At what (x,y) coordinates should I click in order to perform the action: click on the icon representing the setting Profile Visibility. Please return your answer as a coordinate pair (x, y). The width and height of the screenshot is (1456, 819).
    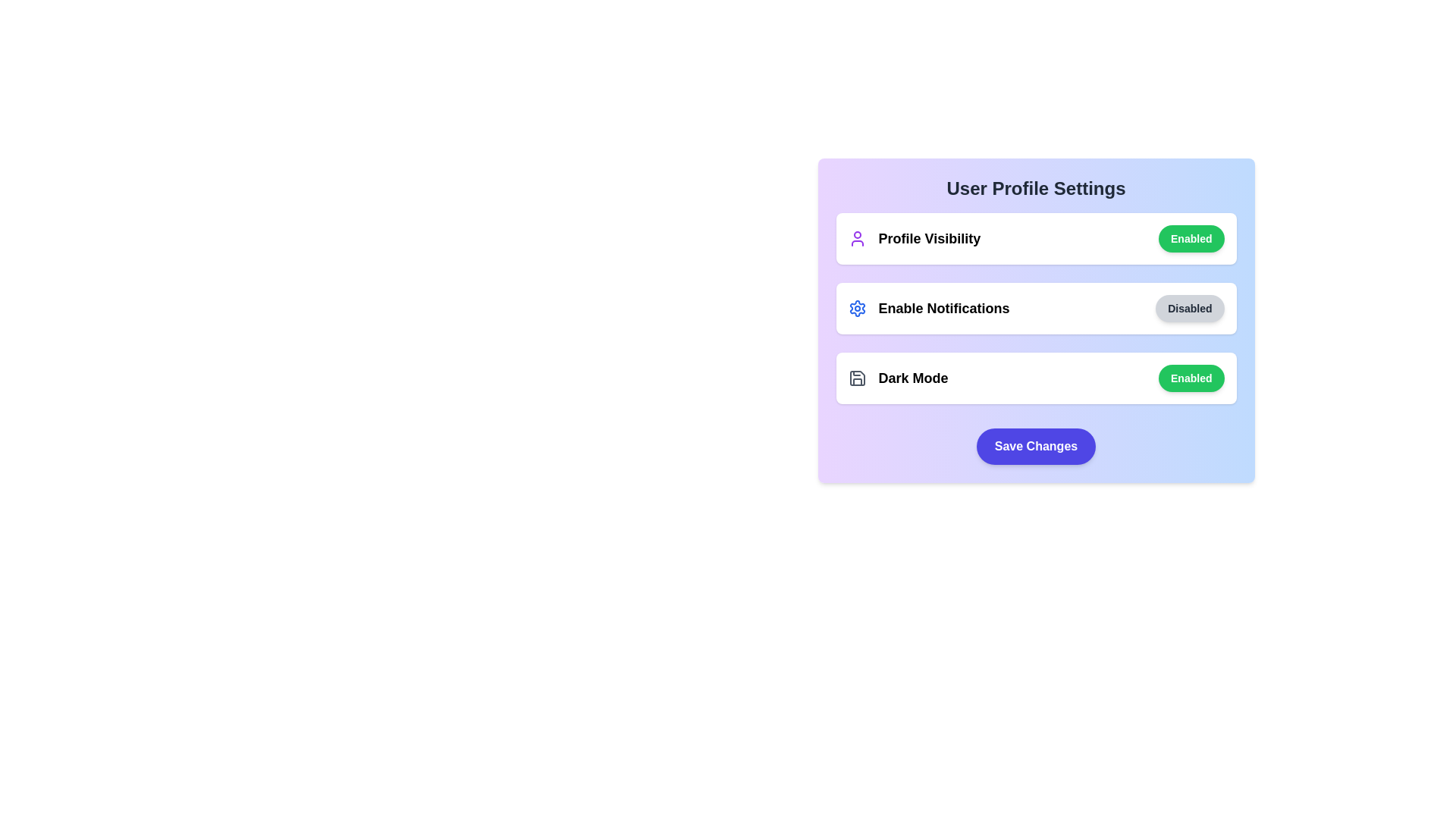
    Looking at the image, I should click on (857, 239).